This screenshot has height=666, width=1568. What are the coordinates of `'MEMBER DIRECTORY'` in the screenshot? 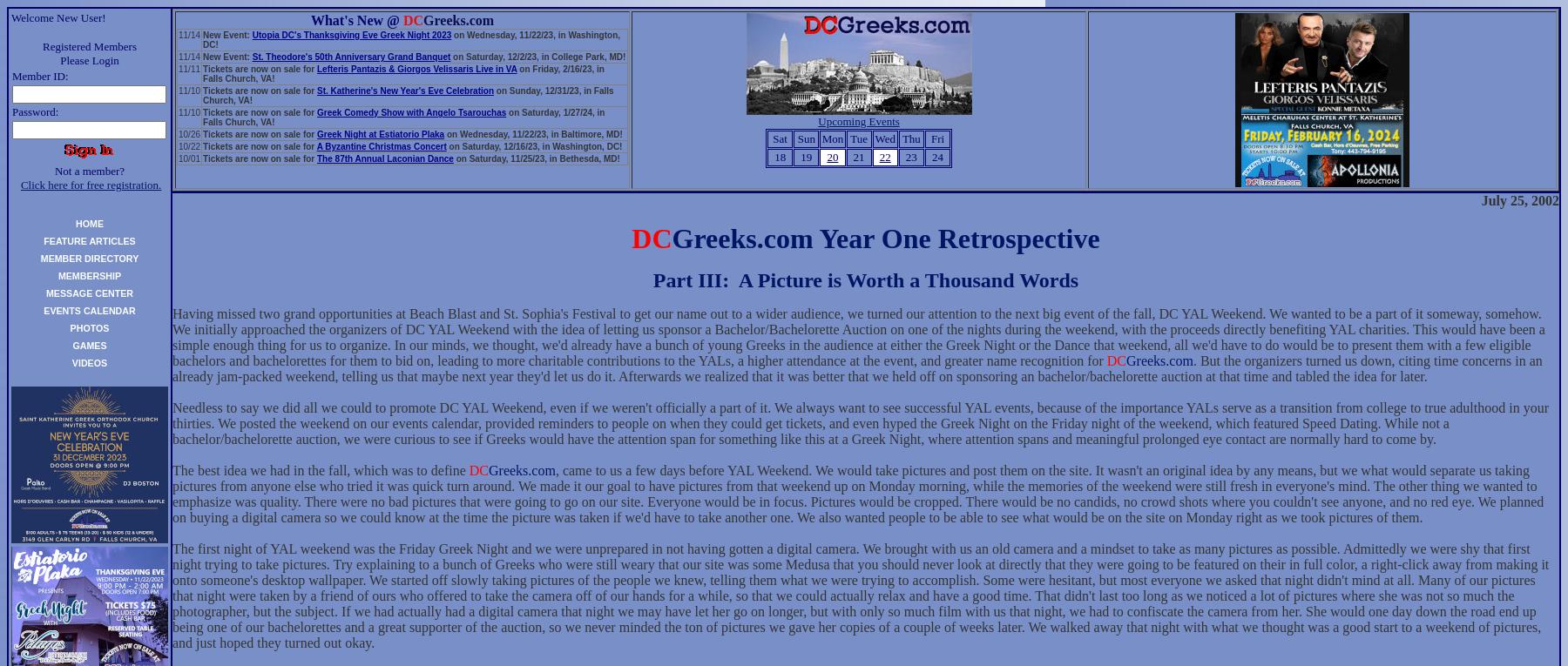 It's located at (88, 257).